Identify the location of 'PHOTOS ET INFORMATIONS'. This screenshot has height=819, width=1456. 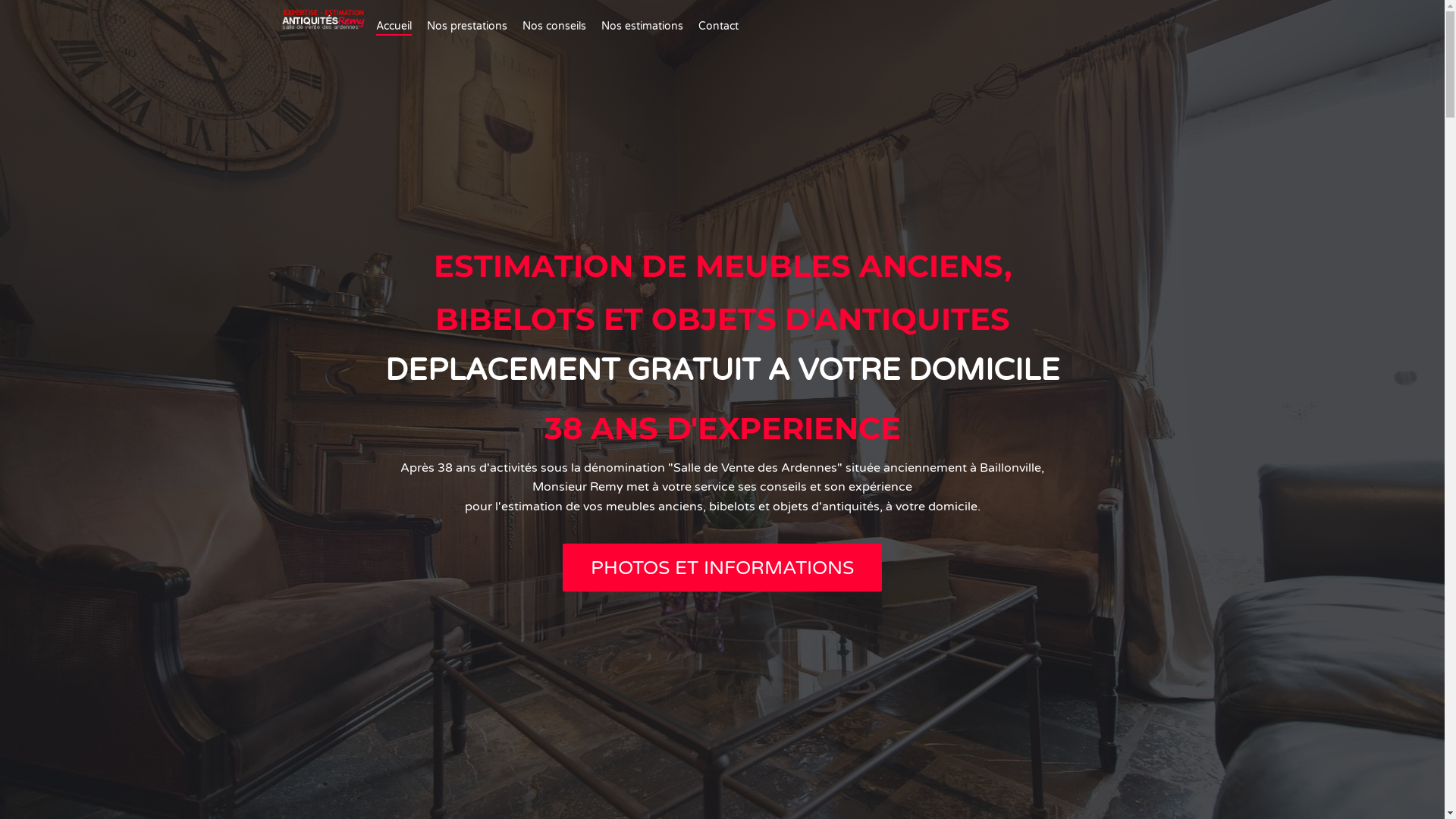
(721, 567).